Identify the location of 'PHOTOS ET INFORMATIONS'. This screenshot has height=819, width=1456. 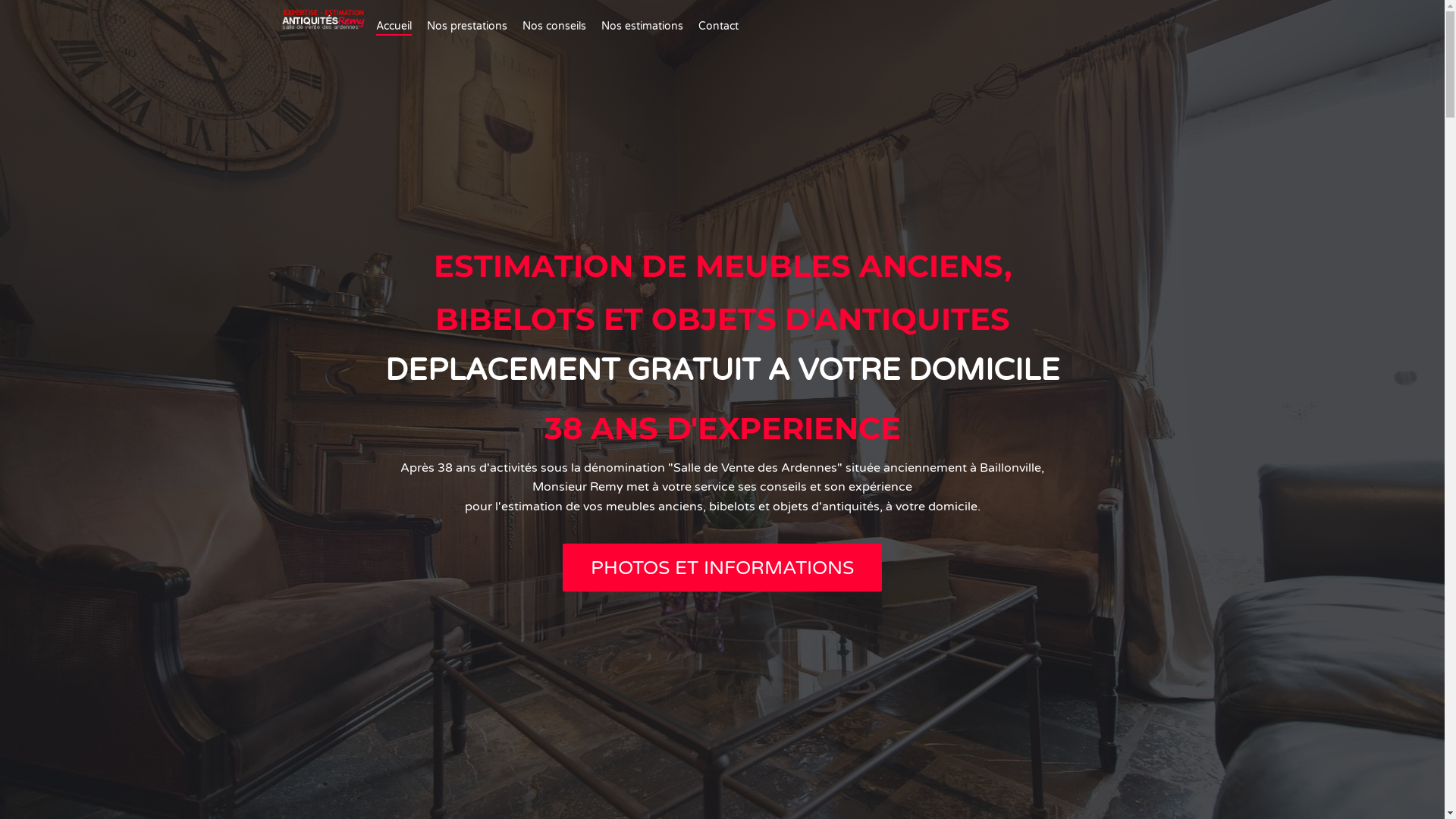
(721, 567).